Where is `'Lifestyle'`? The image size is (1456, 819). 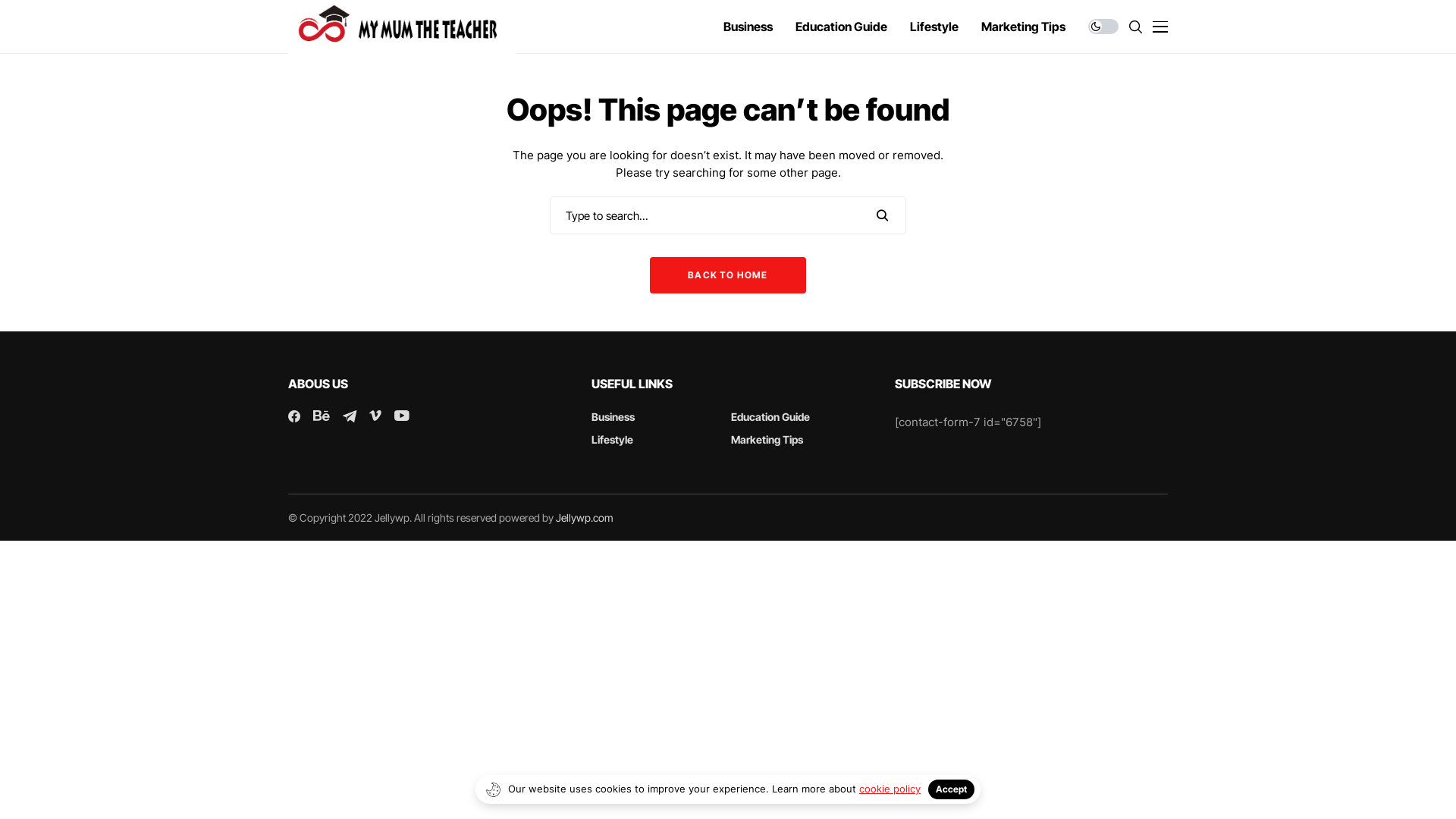 'Lifestyle' is located at coordinates (612, 439).